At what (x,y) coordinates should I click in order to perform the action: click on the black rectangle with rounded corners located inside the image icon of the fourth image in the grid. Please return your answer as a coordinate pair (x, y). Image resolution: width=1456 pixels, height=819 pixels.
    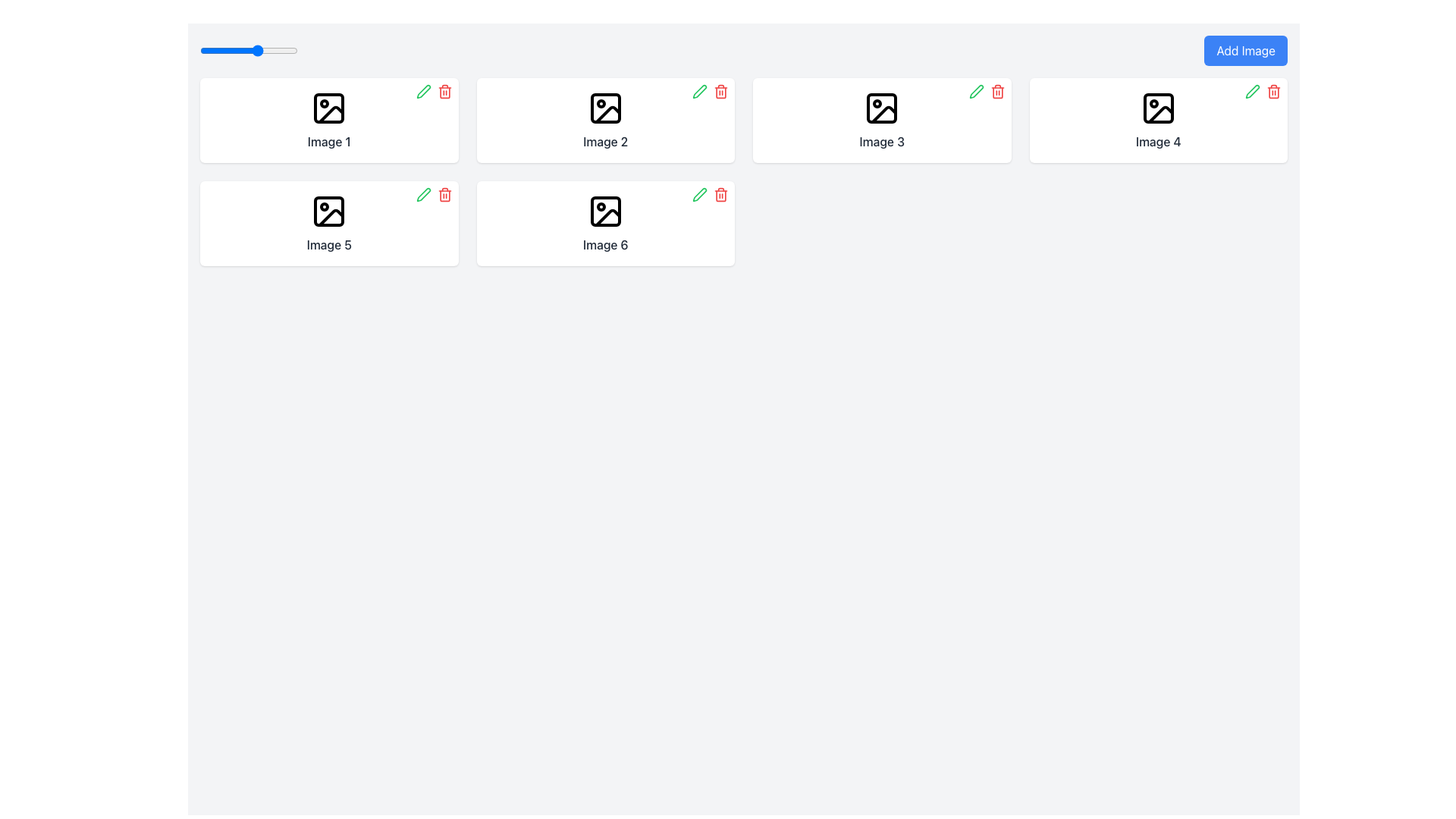
    Looking at the image, I should click on (1157, 107).